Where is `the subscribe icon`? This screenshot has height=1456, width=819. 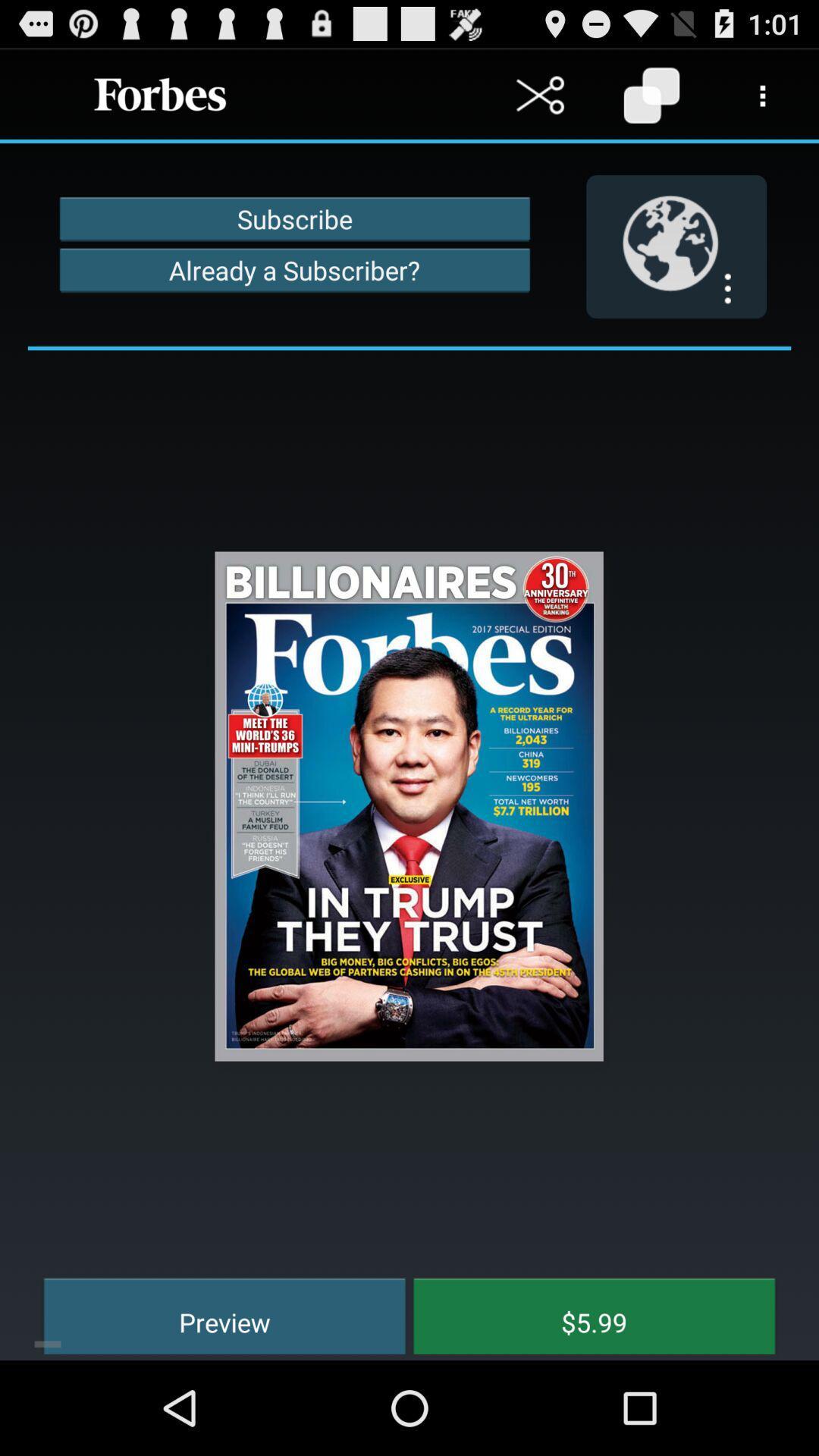
the subscribe icon is located at coordinates (294, 218).